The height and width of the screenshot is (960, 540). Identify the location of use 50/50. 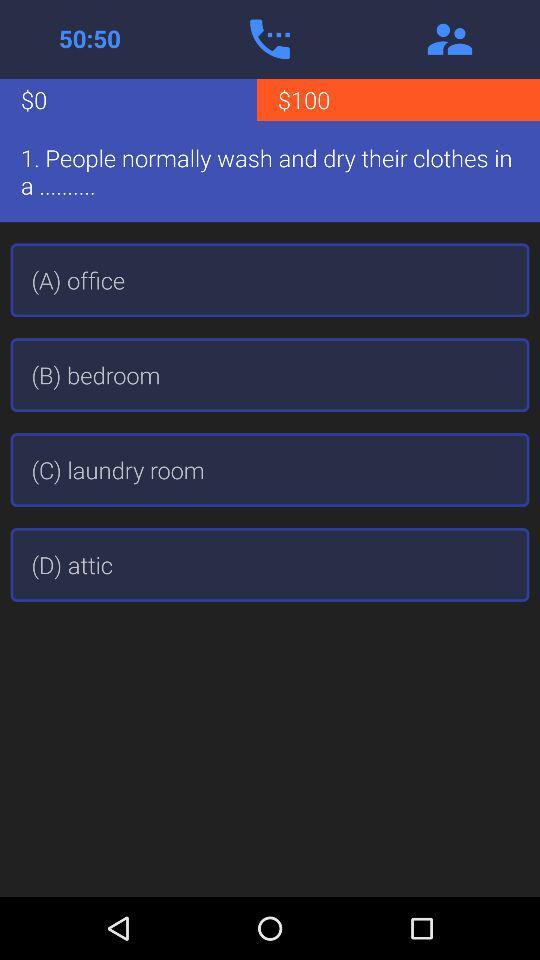
(89, 38).